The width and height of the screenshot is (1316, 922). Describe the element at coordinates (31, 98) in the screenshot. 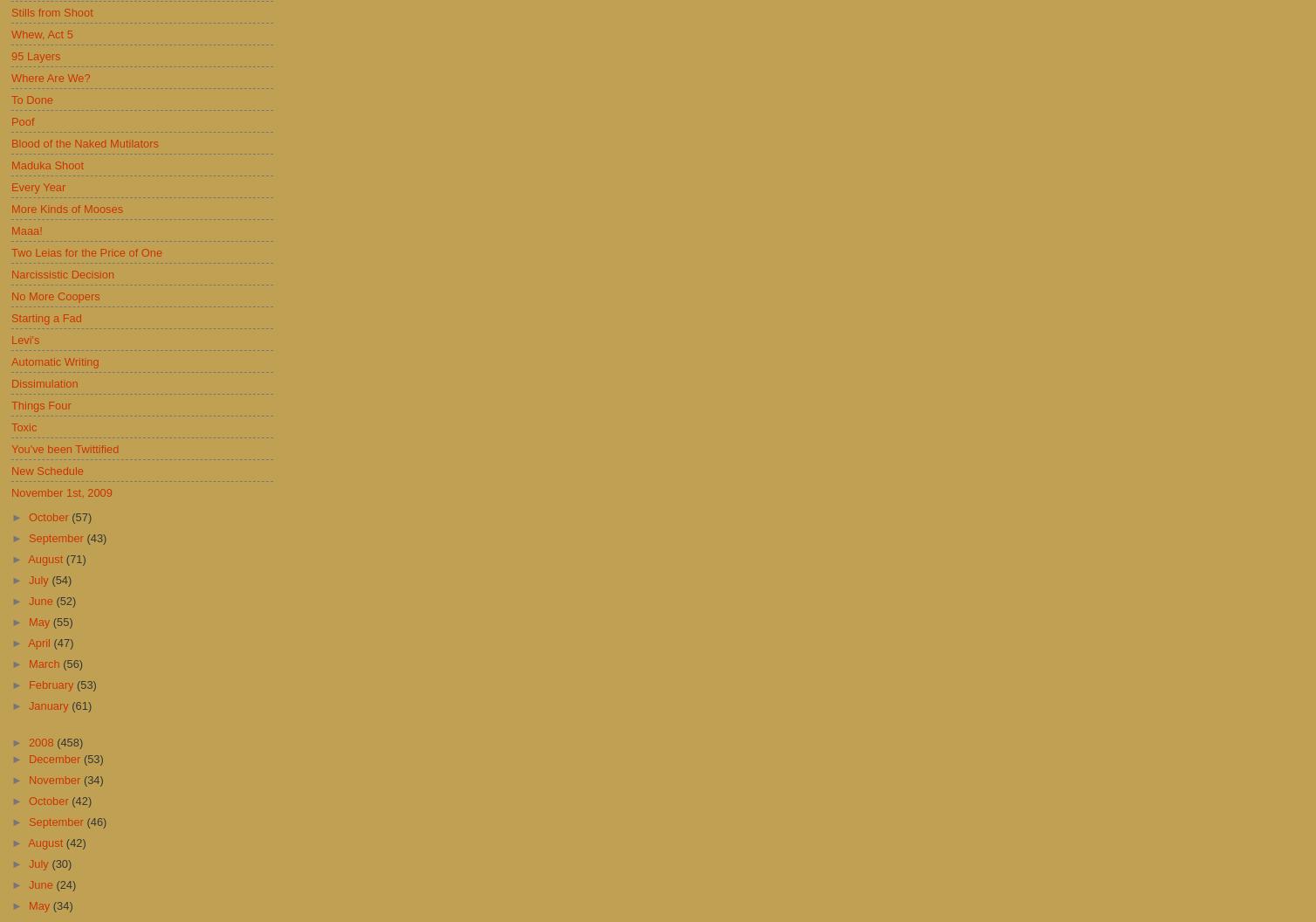

I see `'To Done'` at that location.